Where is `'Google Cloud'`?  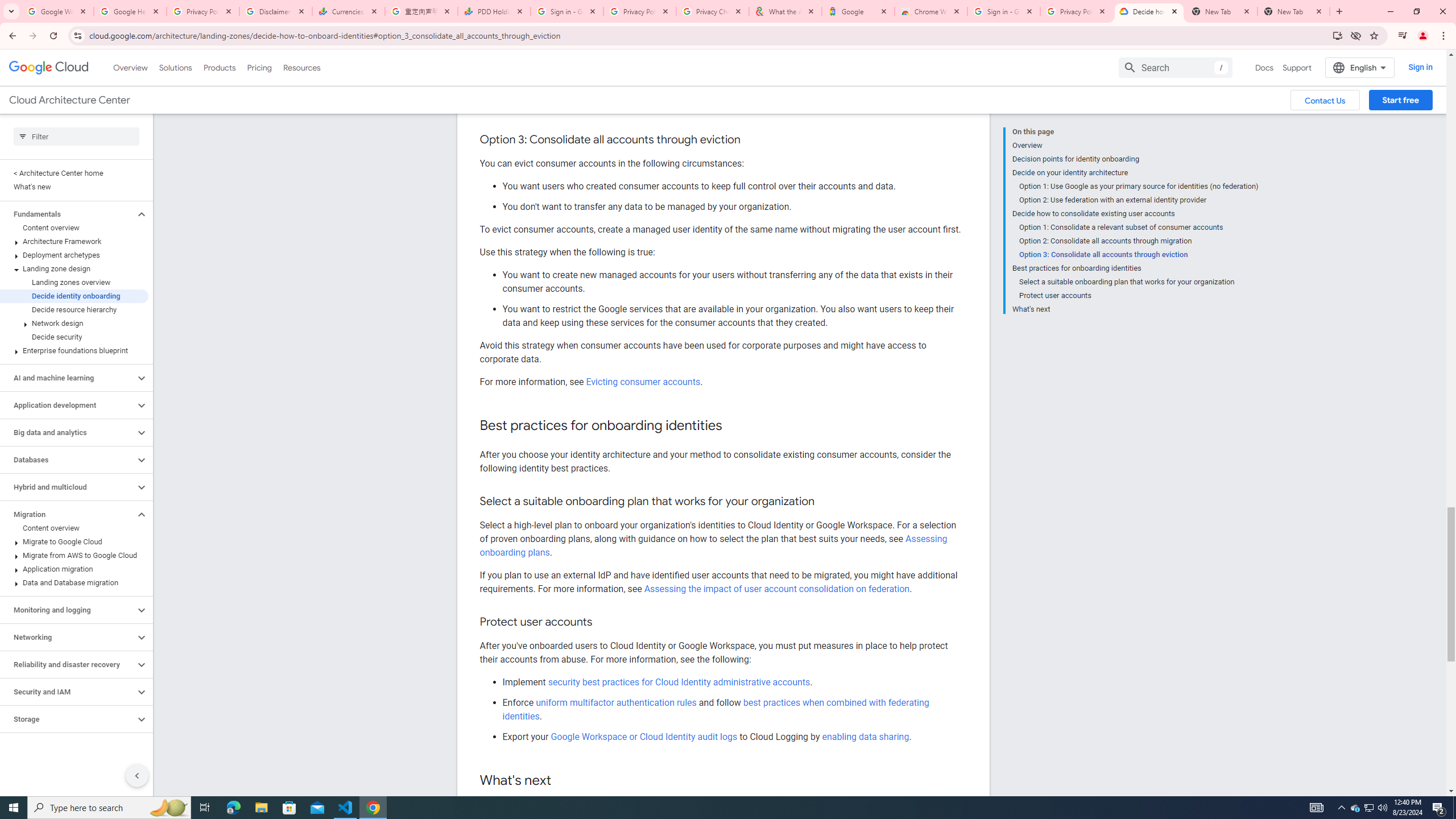
'Google Cloud' is located at coordinates (48, 67).